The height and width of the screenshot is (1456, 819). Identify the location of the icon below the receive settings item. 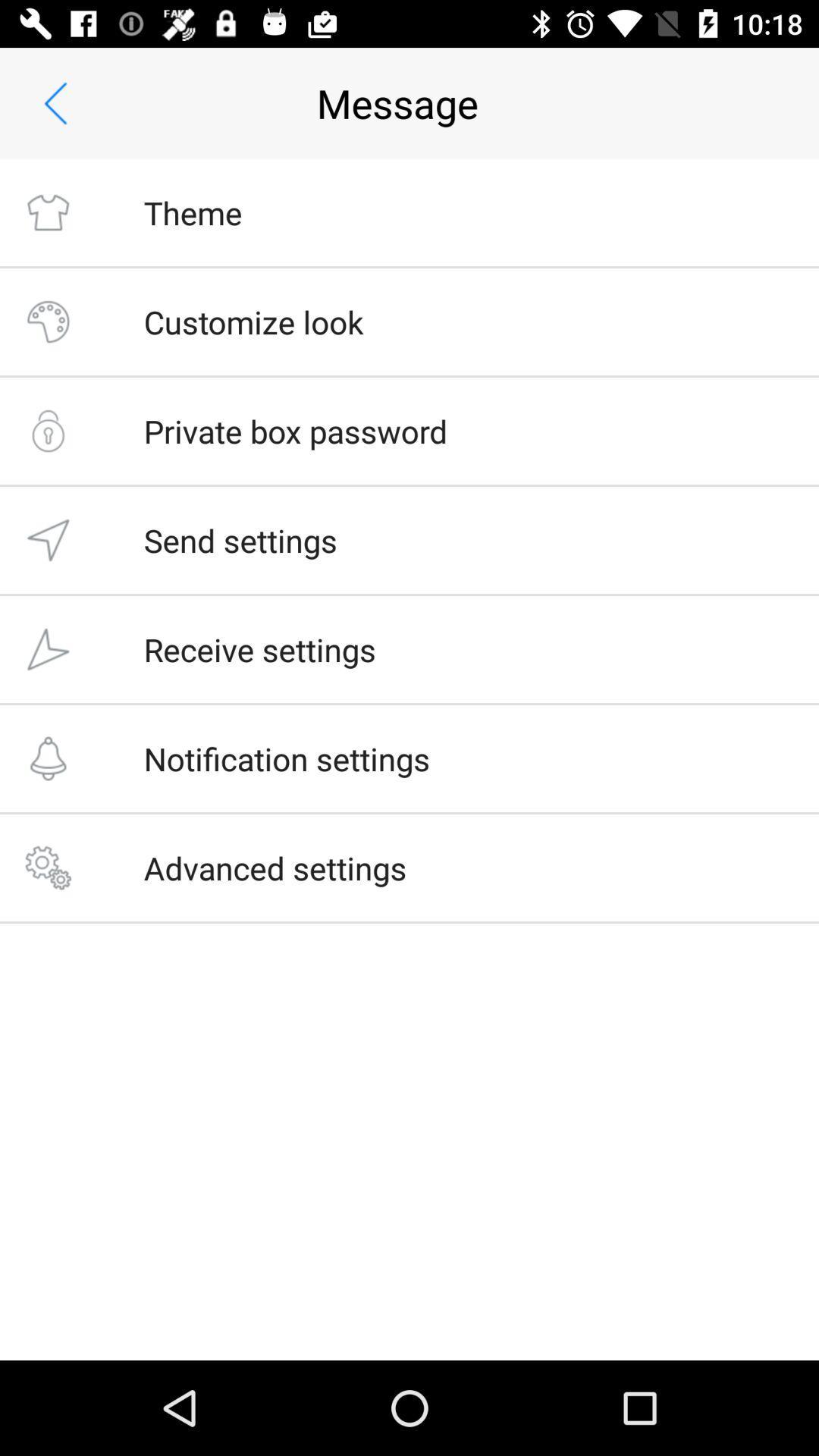
(287, 758).